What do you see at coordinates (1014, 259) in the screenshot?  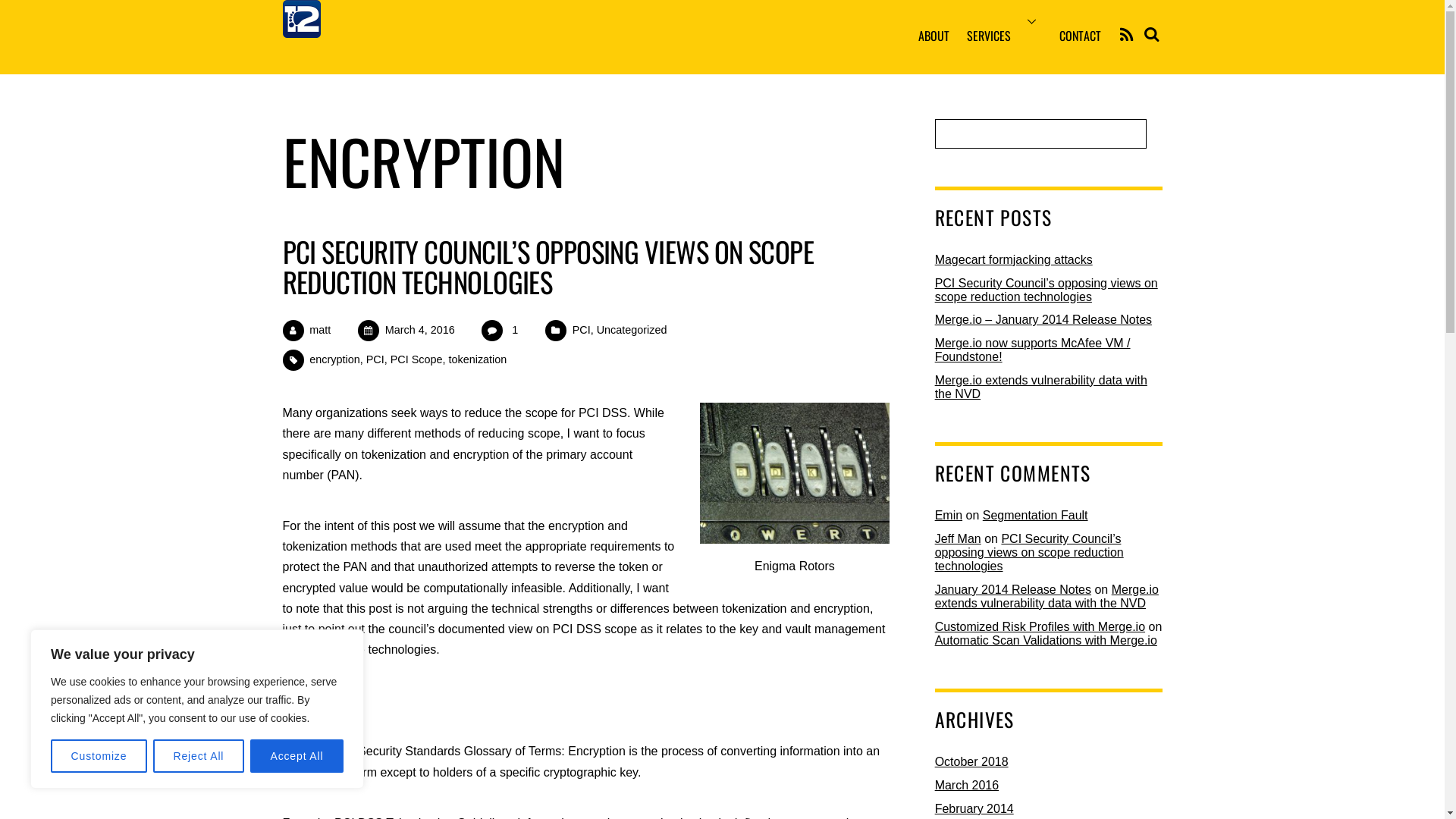 I see `'Magecart formjacking attacks'` at bounding box center [1014, 259].